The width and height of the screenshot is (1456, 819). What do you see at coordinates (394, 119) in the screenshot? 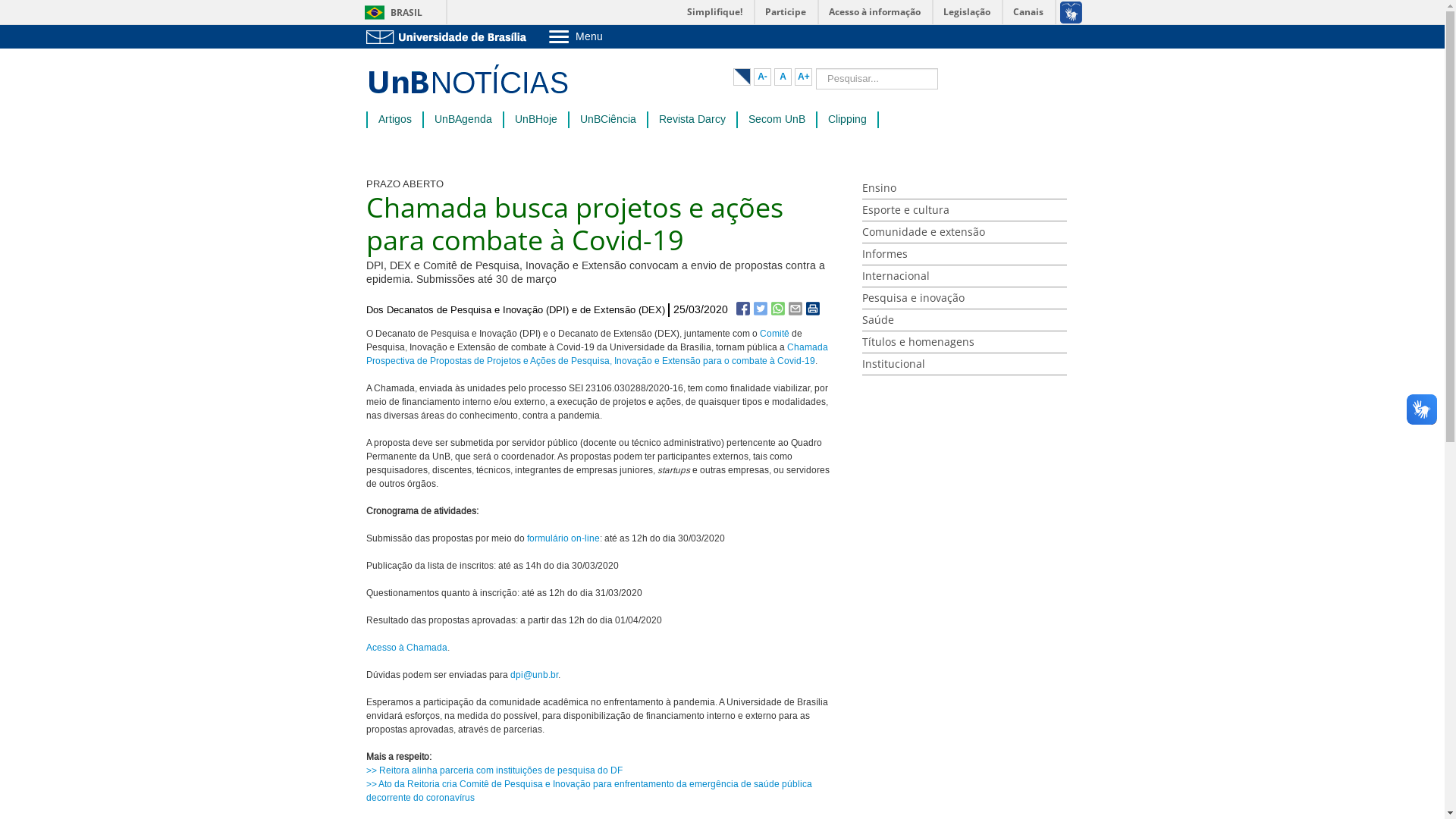
I see `'Artigos'` at bounding box center [394, 119].